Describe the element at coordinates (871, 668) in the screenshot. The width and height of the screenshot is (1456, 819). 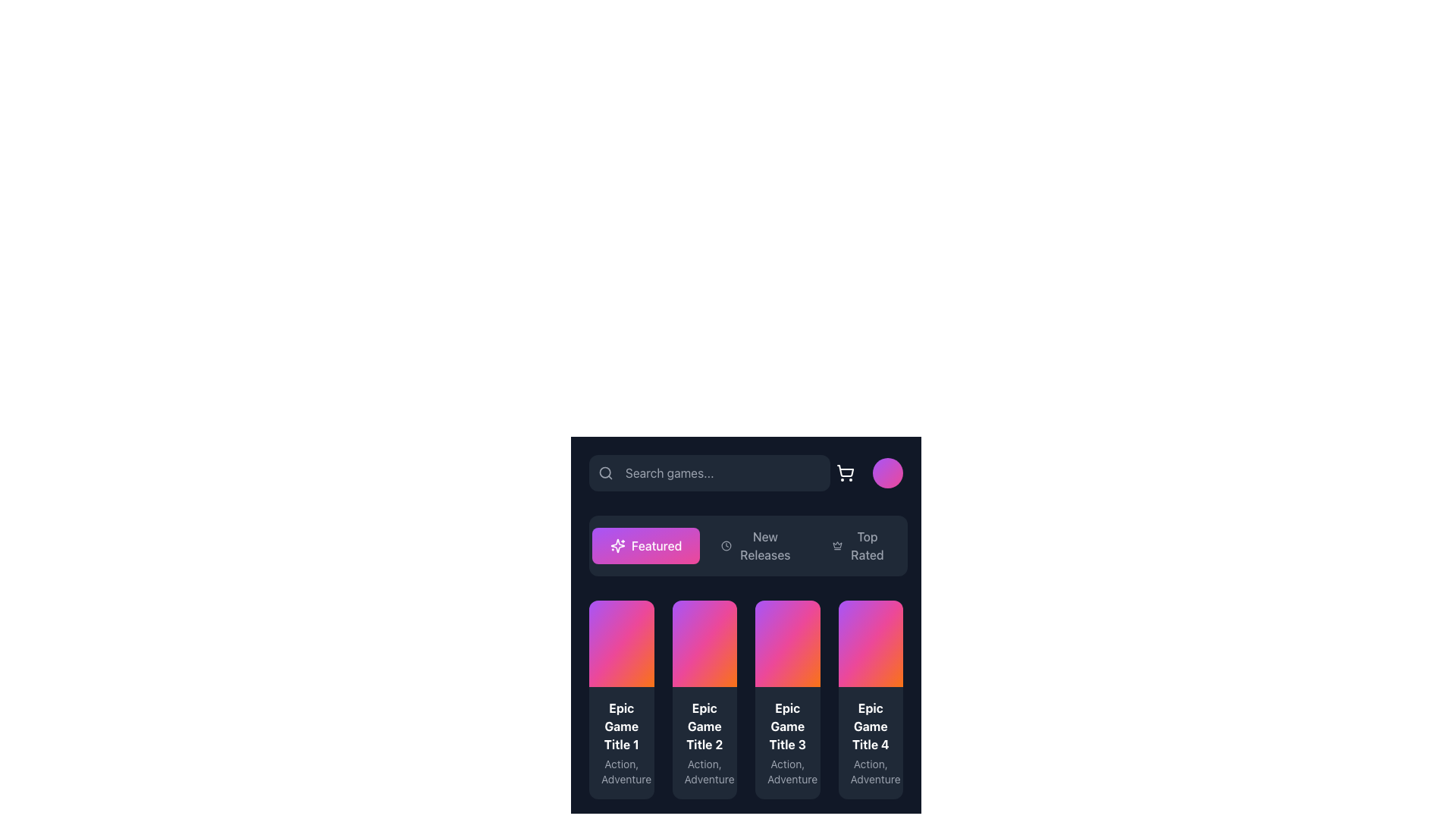
I see `properties of the Text Display element that shows the title 'Epic Game Title 4' located in the fourth card of the game list` at that location.